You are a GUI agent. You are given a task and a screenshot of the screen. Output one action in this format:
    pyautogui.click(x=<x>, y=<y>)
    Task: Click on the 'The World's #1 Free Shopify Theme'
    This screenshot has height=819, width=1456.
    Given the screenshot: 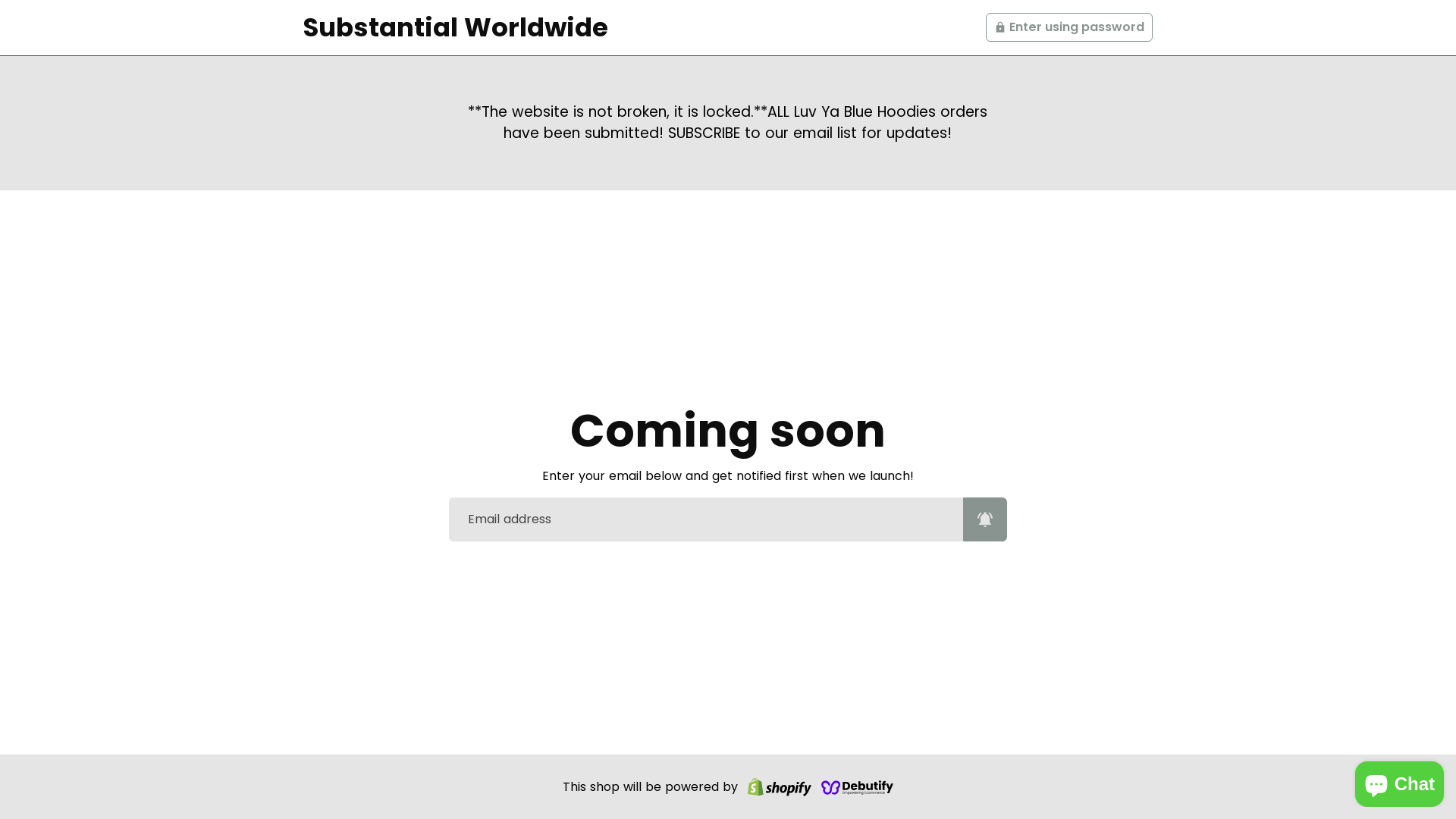 What is the action you would take?
    pyautogui.click(x=858, y=786)
    